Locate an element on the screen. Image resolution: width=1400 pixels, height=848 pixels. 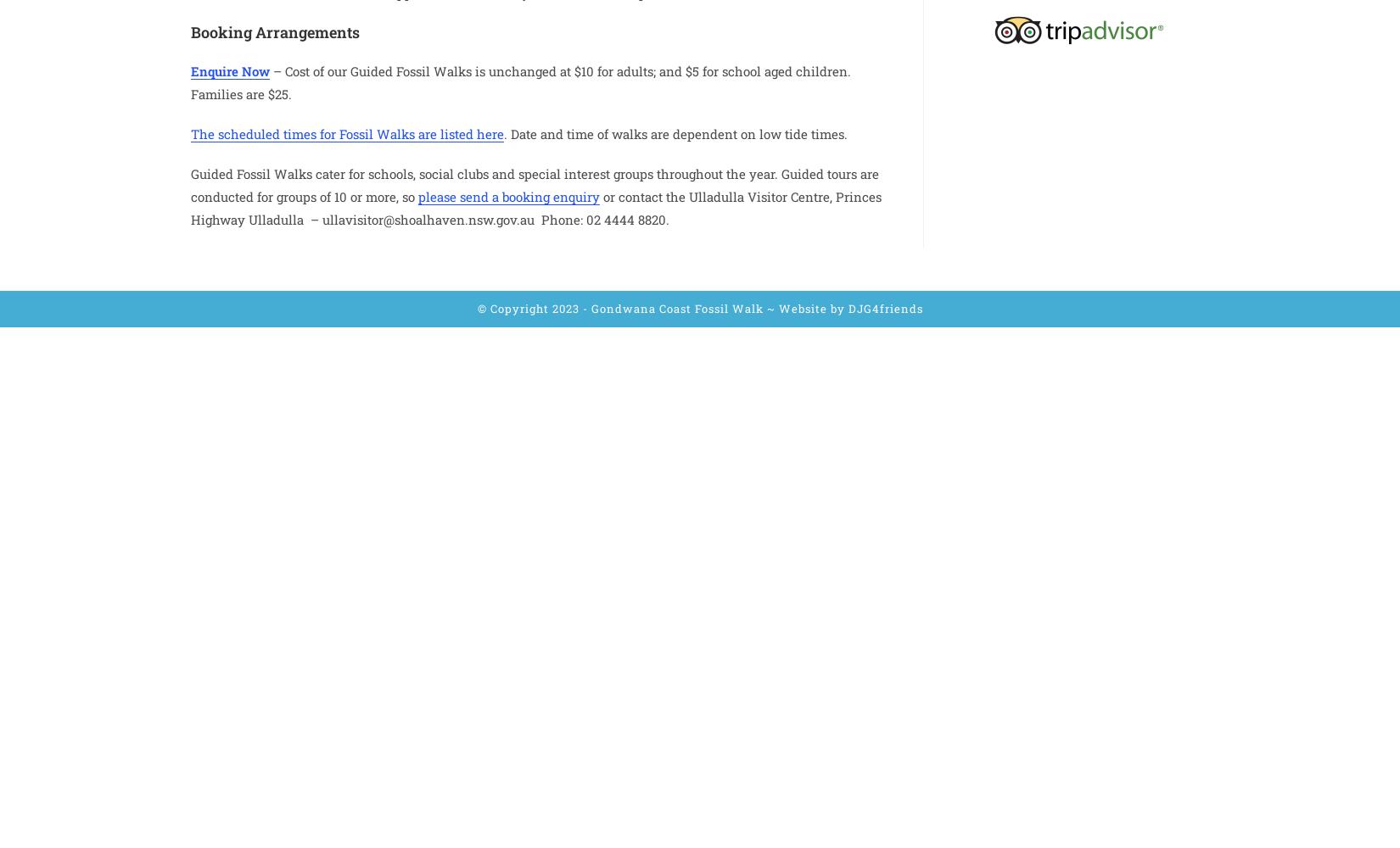
'– Cost of our Guided Fossil Walks is unchanged at $10 for adults; and $5 for school aged children. Families are $25.' is located at coordinates (519, 81).